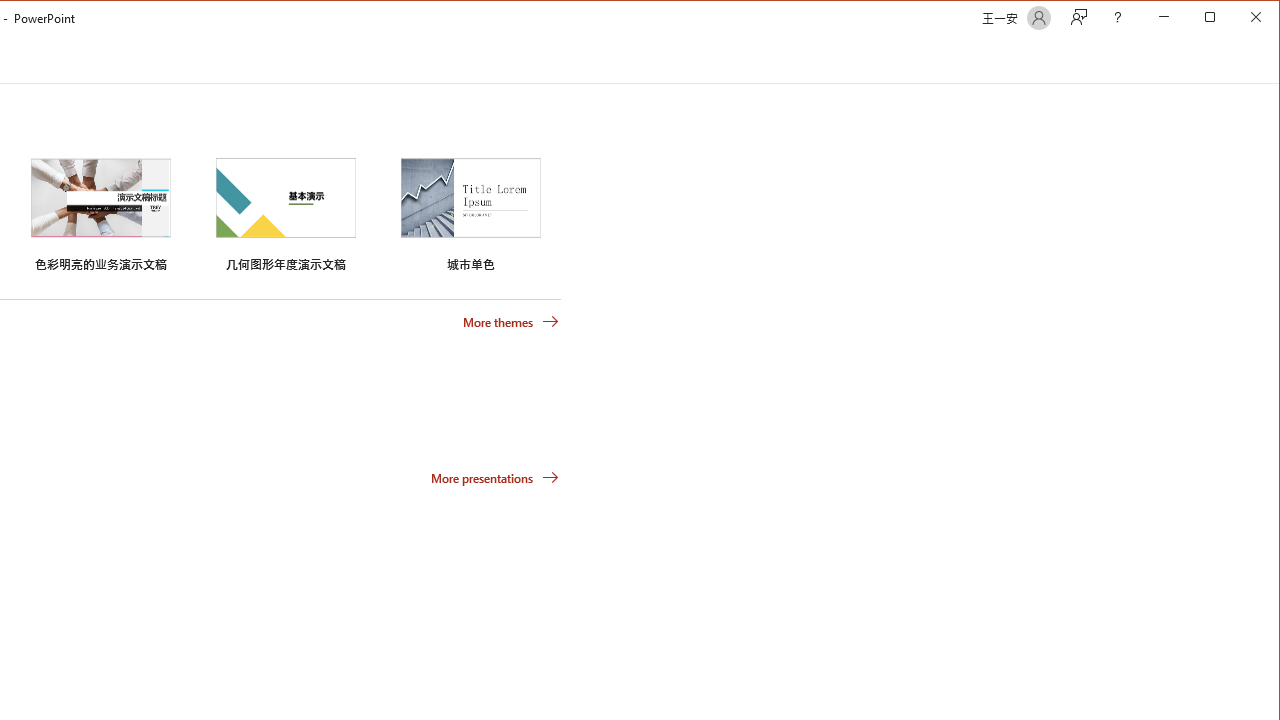 The width and height of the screenshot is (1280, 720). I want to click on 'Maximize', so click(1238, 19).